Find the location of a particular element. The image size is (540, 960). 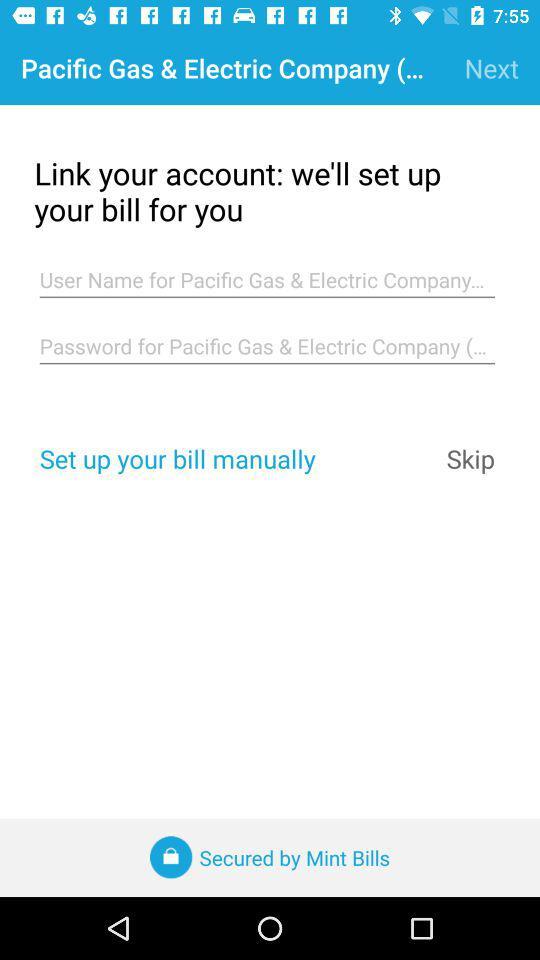

app at the top right corner is located at coordinates (490, 68).